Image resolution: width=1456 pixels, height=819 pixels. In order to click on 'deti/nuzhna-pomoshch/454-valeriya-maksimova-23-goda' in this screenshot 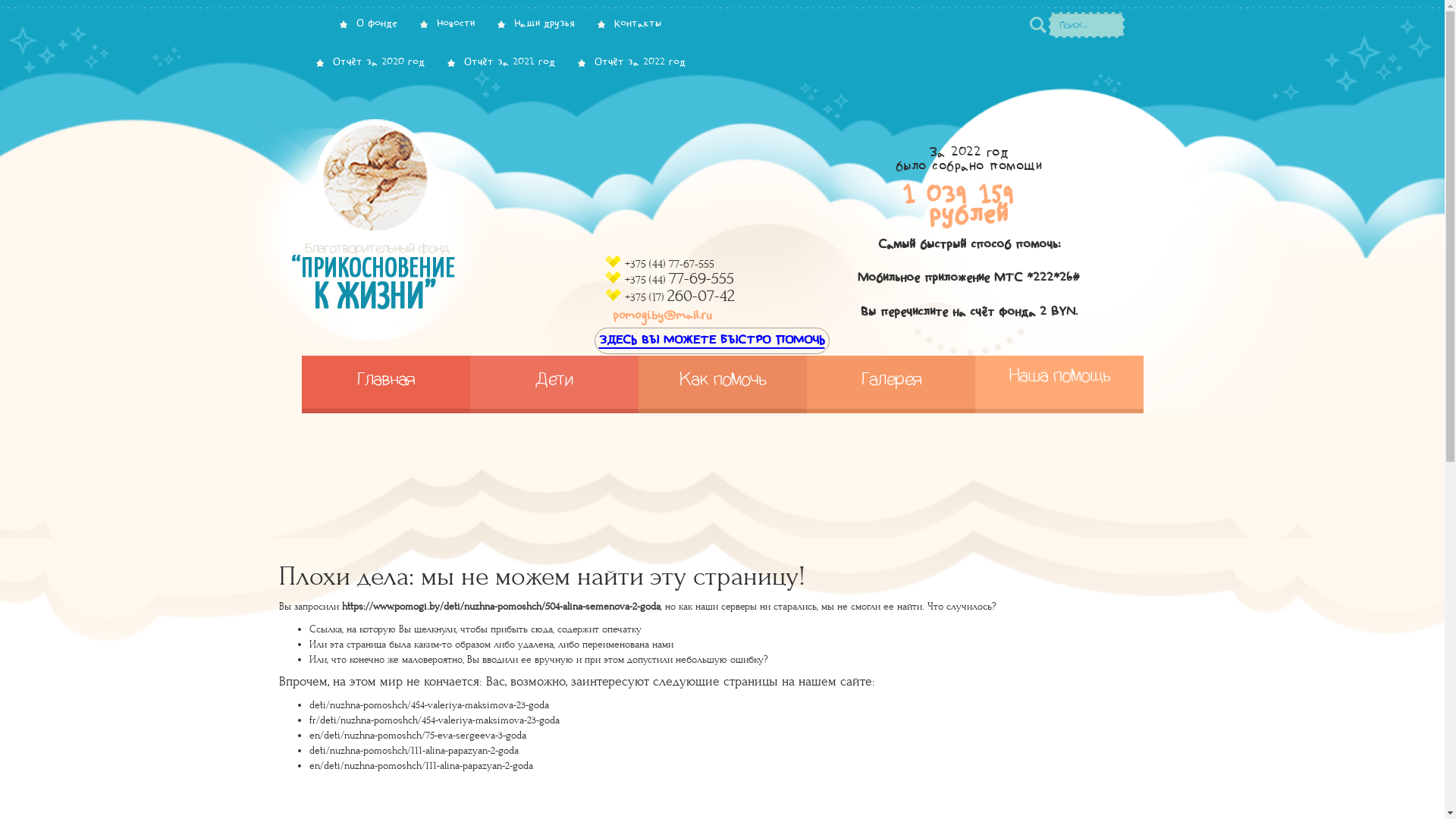, I will do `click(309, 704)`.